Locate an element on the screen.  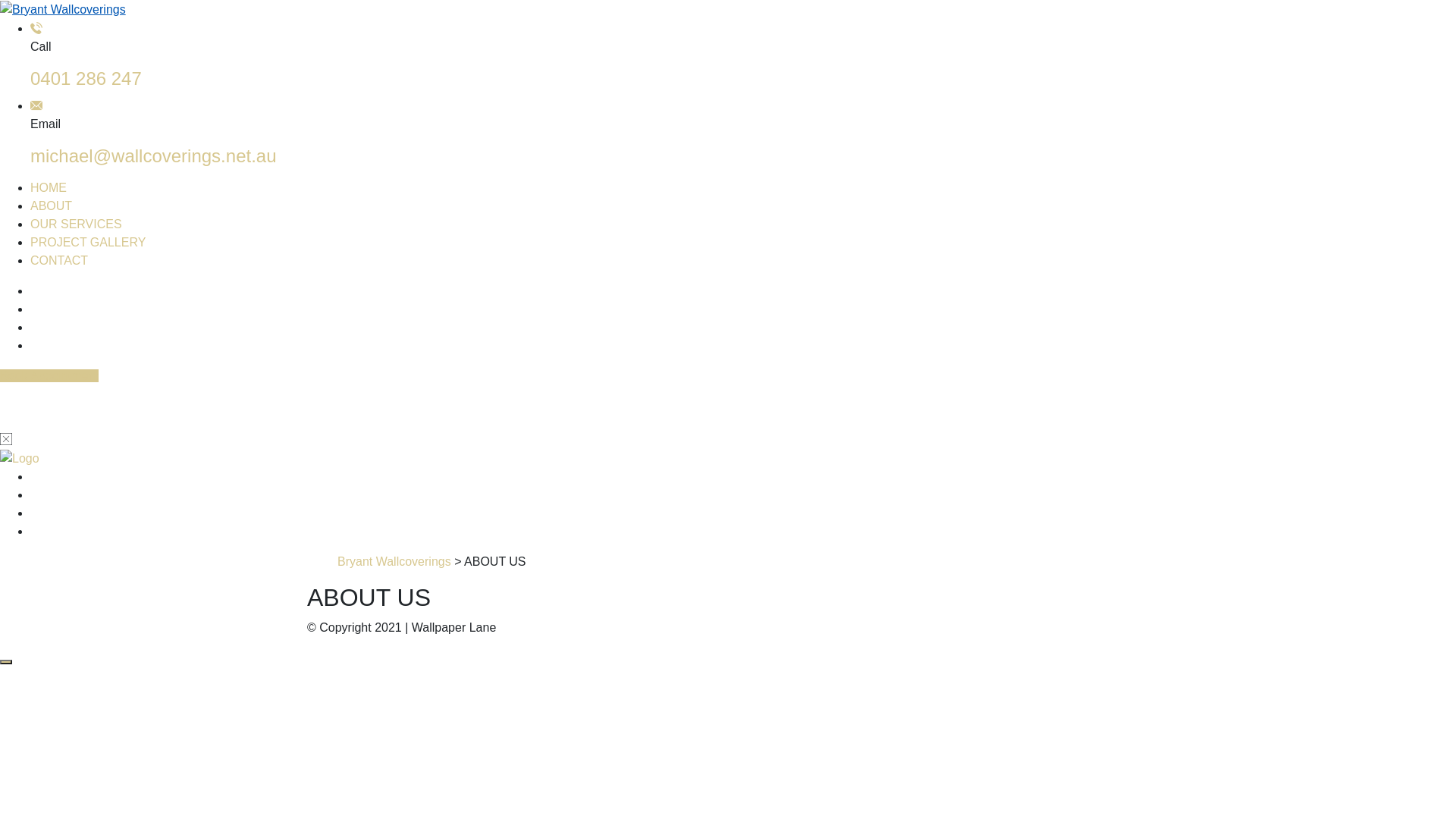
'HOME' is located at coordinates (48, 187).